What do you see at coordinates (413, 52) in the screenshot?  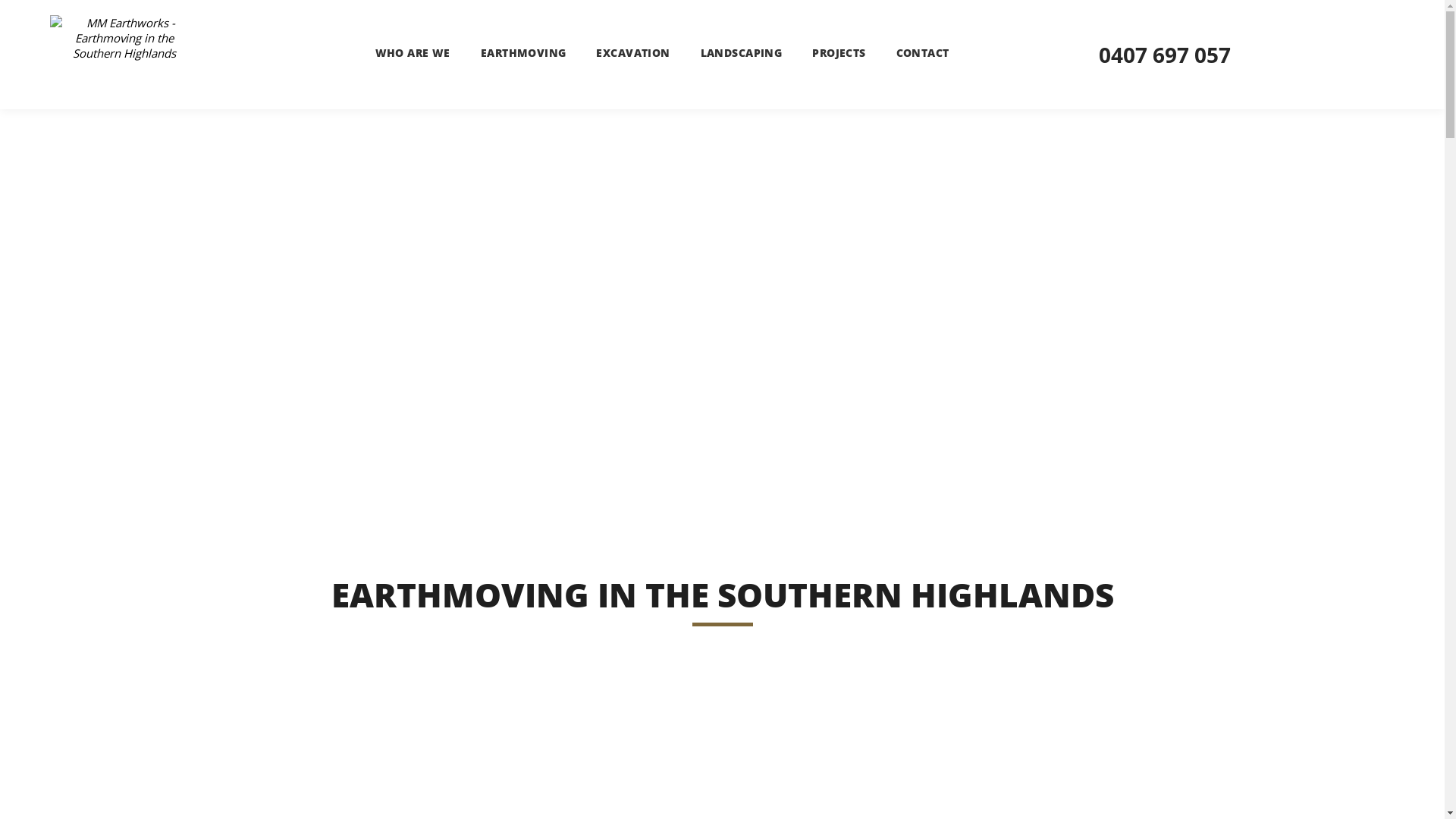 I see `'WHO ARE WE'` at bounding box center [413, 52].